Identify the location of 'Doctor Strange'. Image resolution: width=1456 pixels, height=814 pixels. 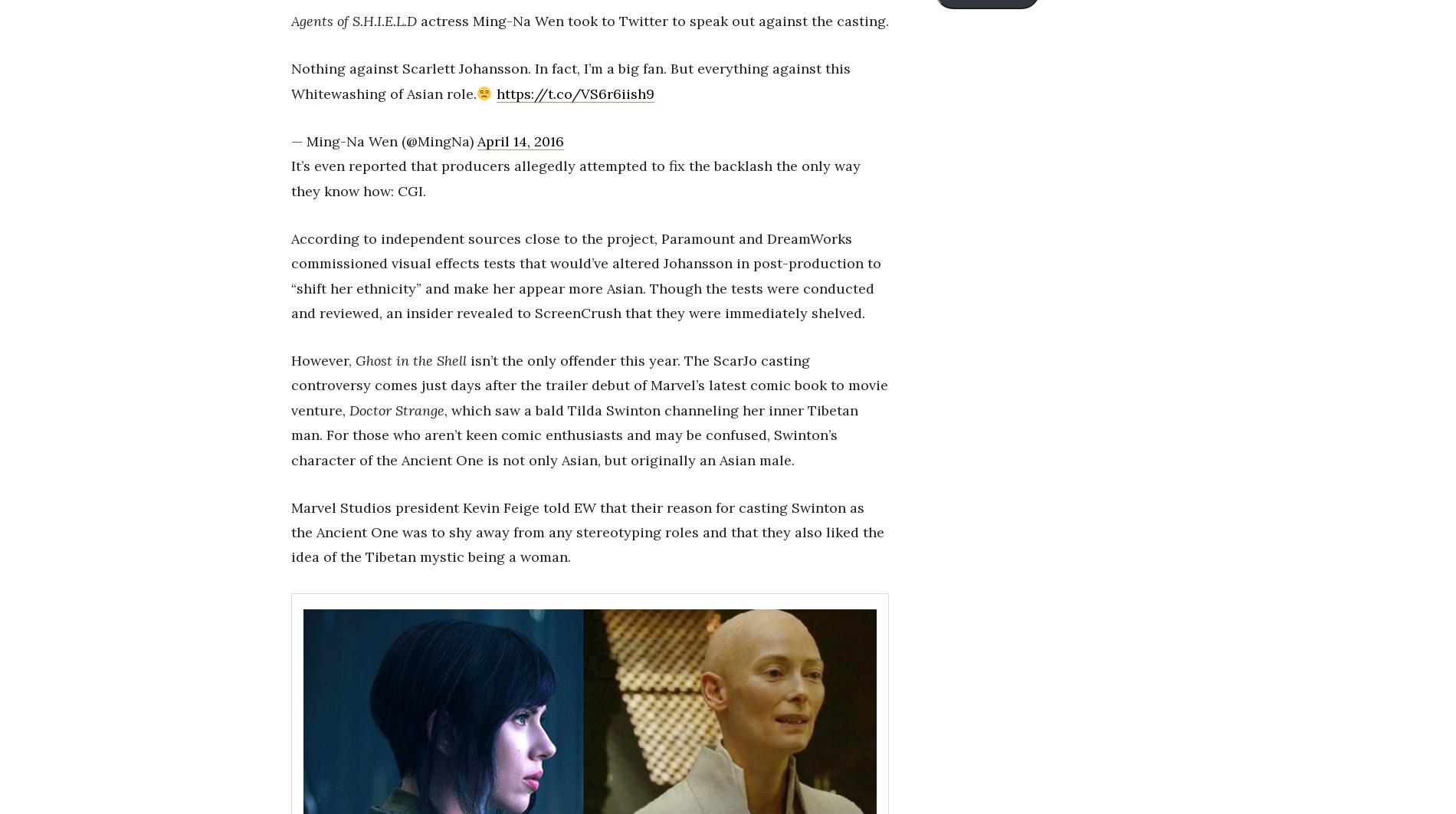
(396, 409).